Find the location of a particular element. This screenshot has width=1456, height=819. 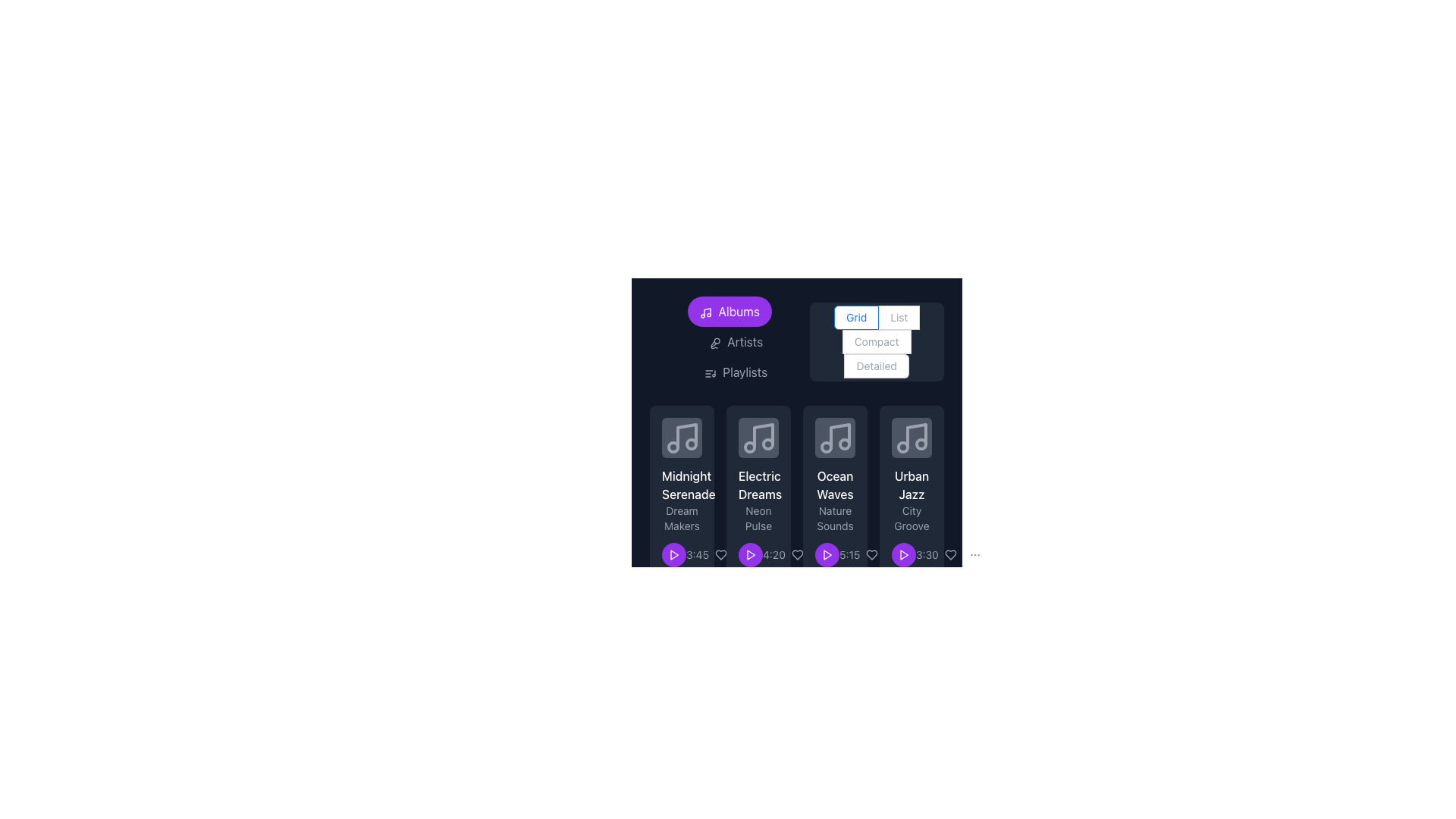

the 'Compact' radio button, which is the third option in a vertical group of four layout options located in the top-right portion of the interface is located at coordinates (877, 342).